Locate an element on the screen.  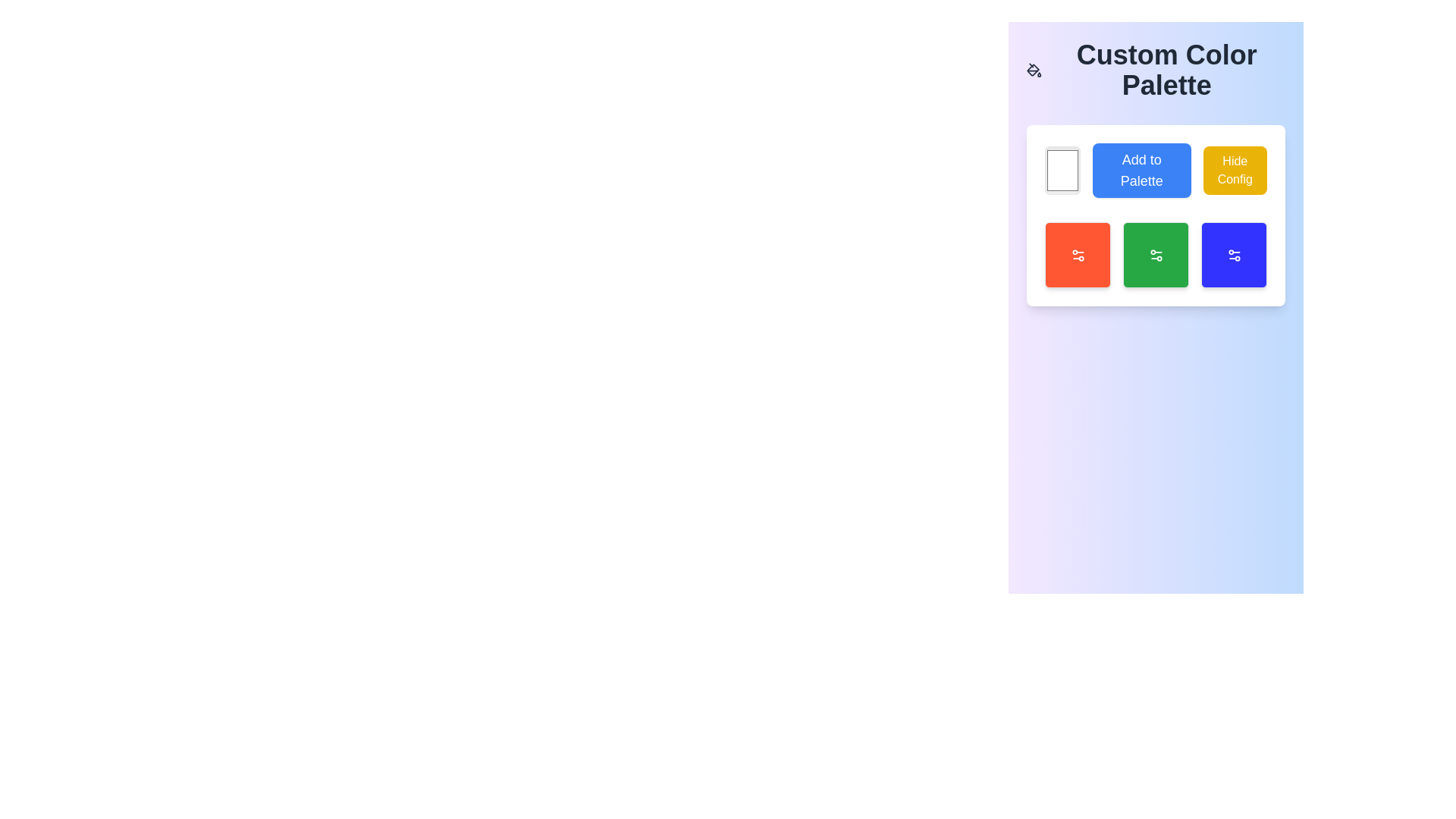
the leftmost color picker element in the row is located at coordinates (1062, 170).